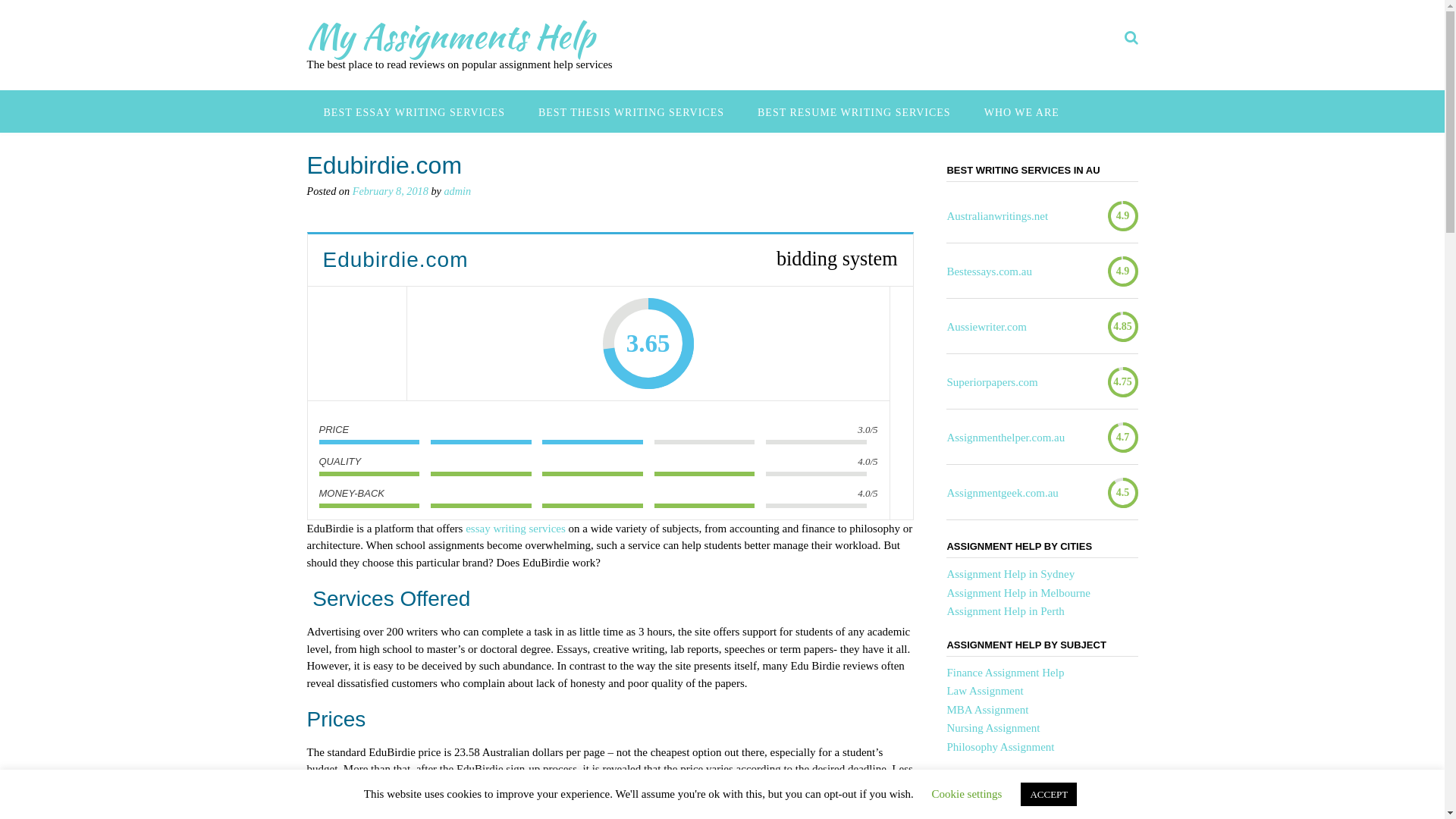  I want to click on 'Philosophy Assignment', so click(1000, 745).